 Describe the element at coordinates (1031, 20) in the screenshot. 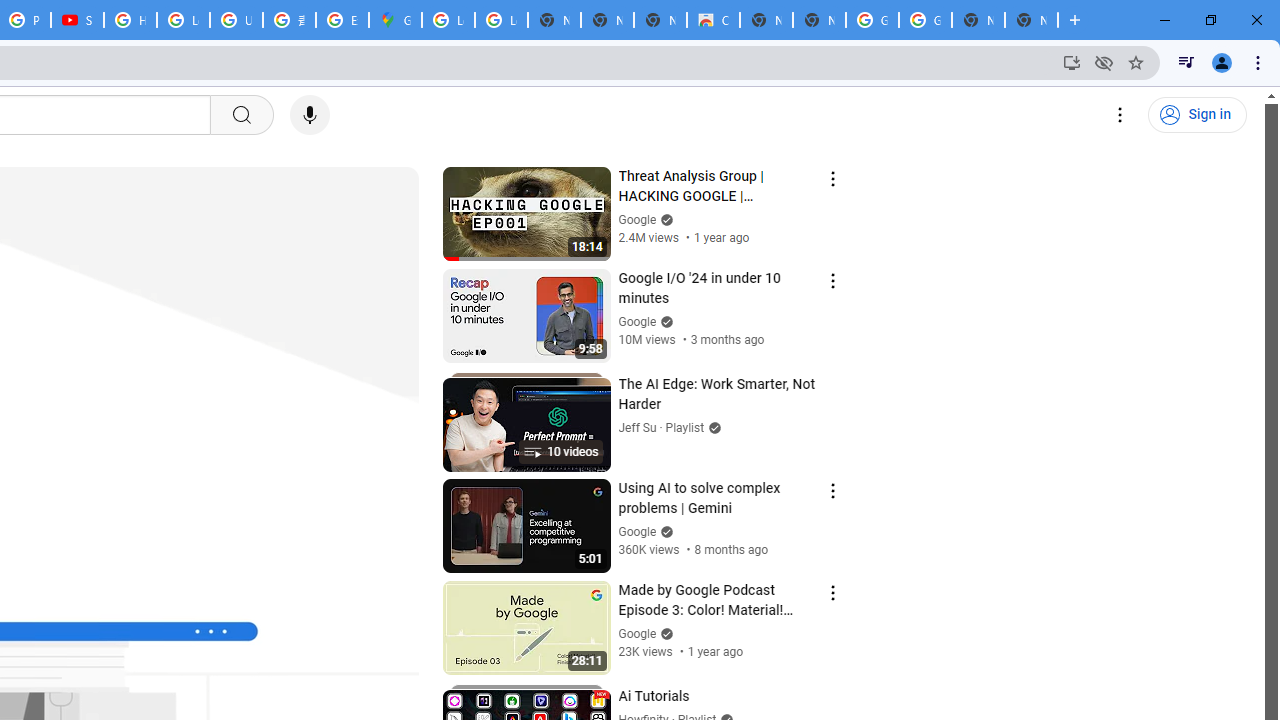

I see `'New Tab'` at that location.